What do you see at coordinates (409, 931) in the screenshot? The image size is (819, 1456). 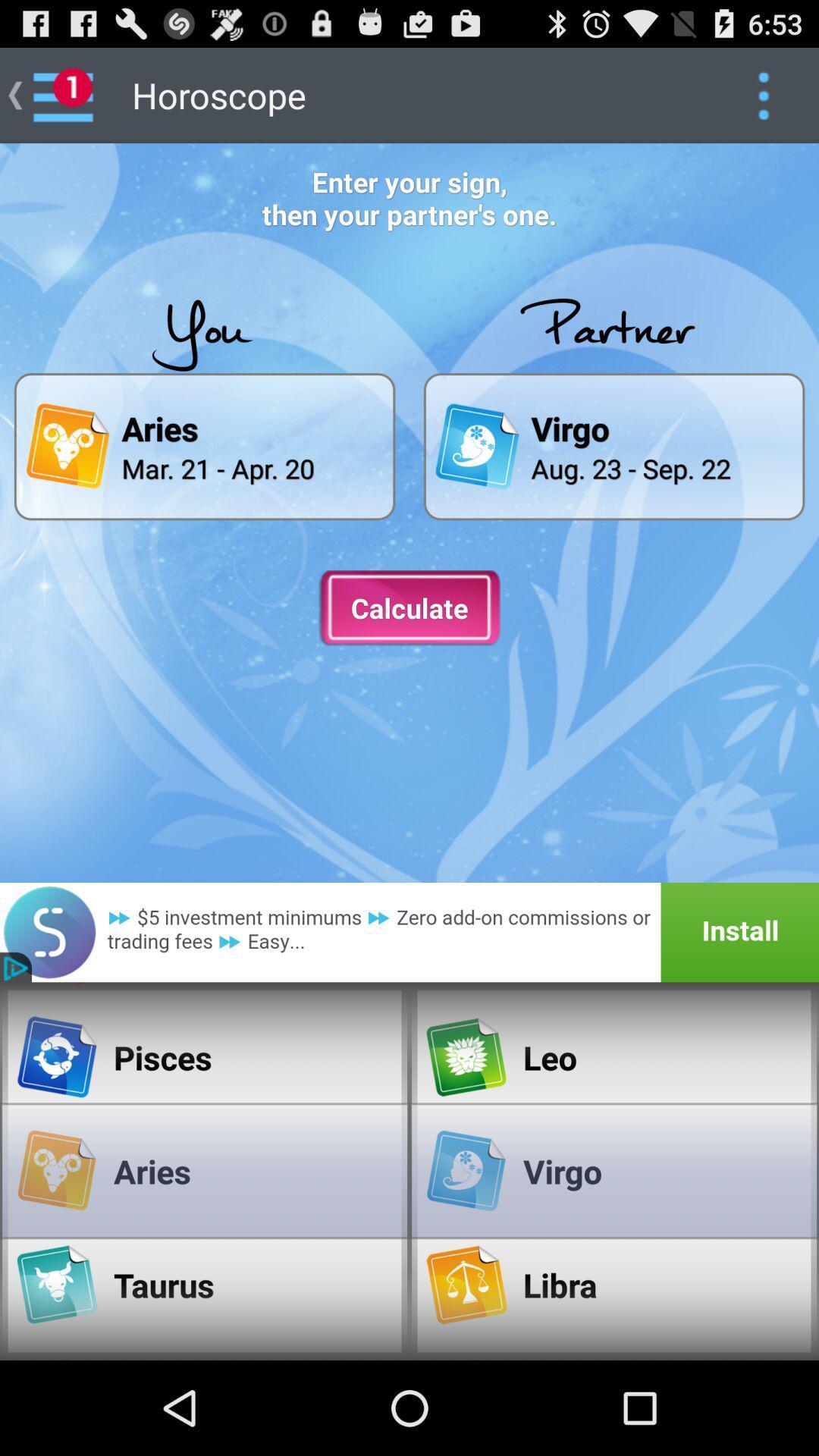 I see `advertisement` at bounding box center [409, 931].